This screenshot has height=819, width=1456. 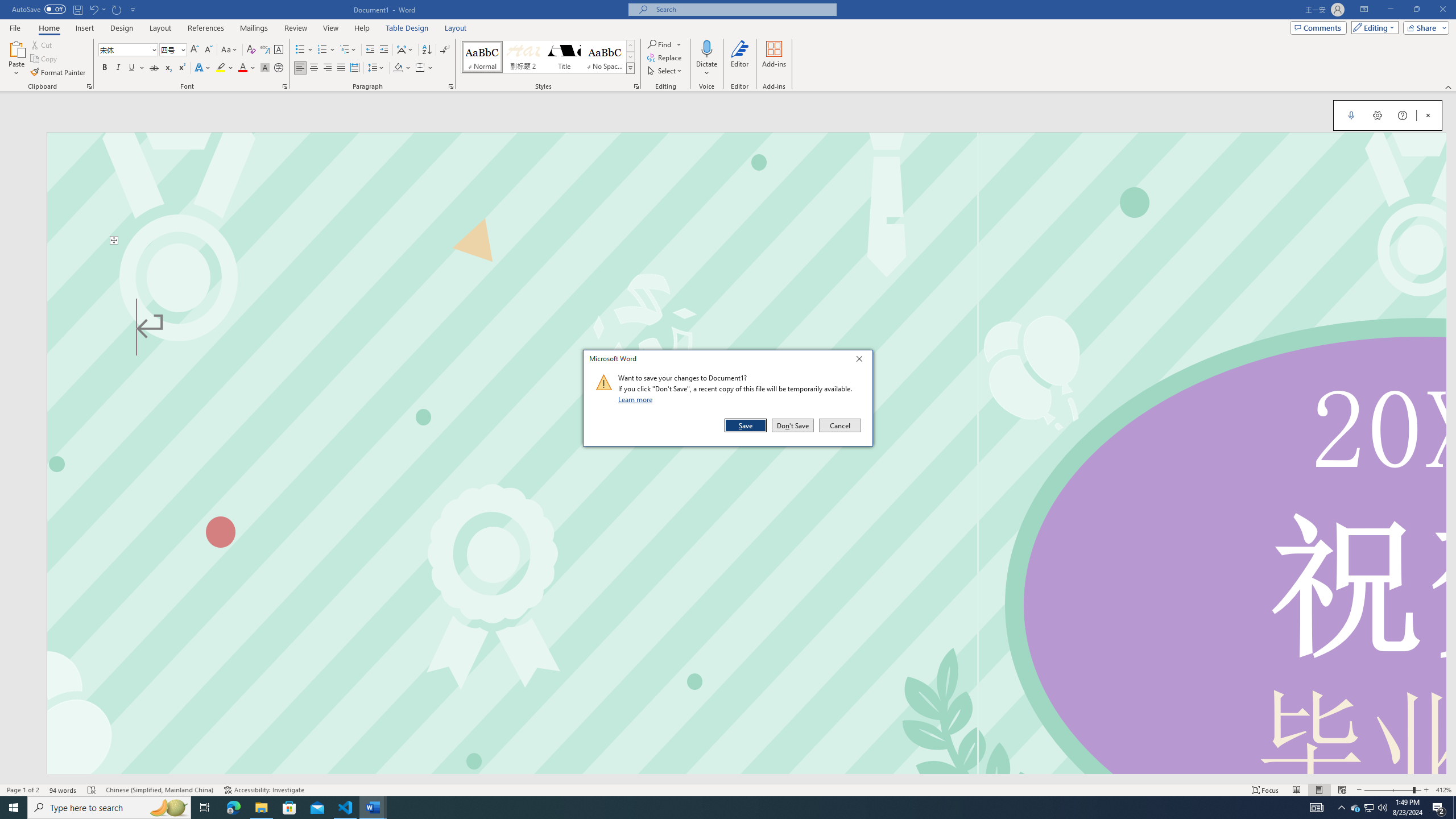 What do you see at coordinates (1317, 806) in the screenshot?
I see `'AutomationID: 4105'` at bounding box center [1317, 806].